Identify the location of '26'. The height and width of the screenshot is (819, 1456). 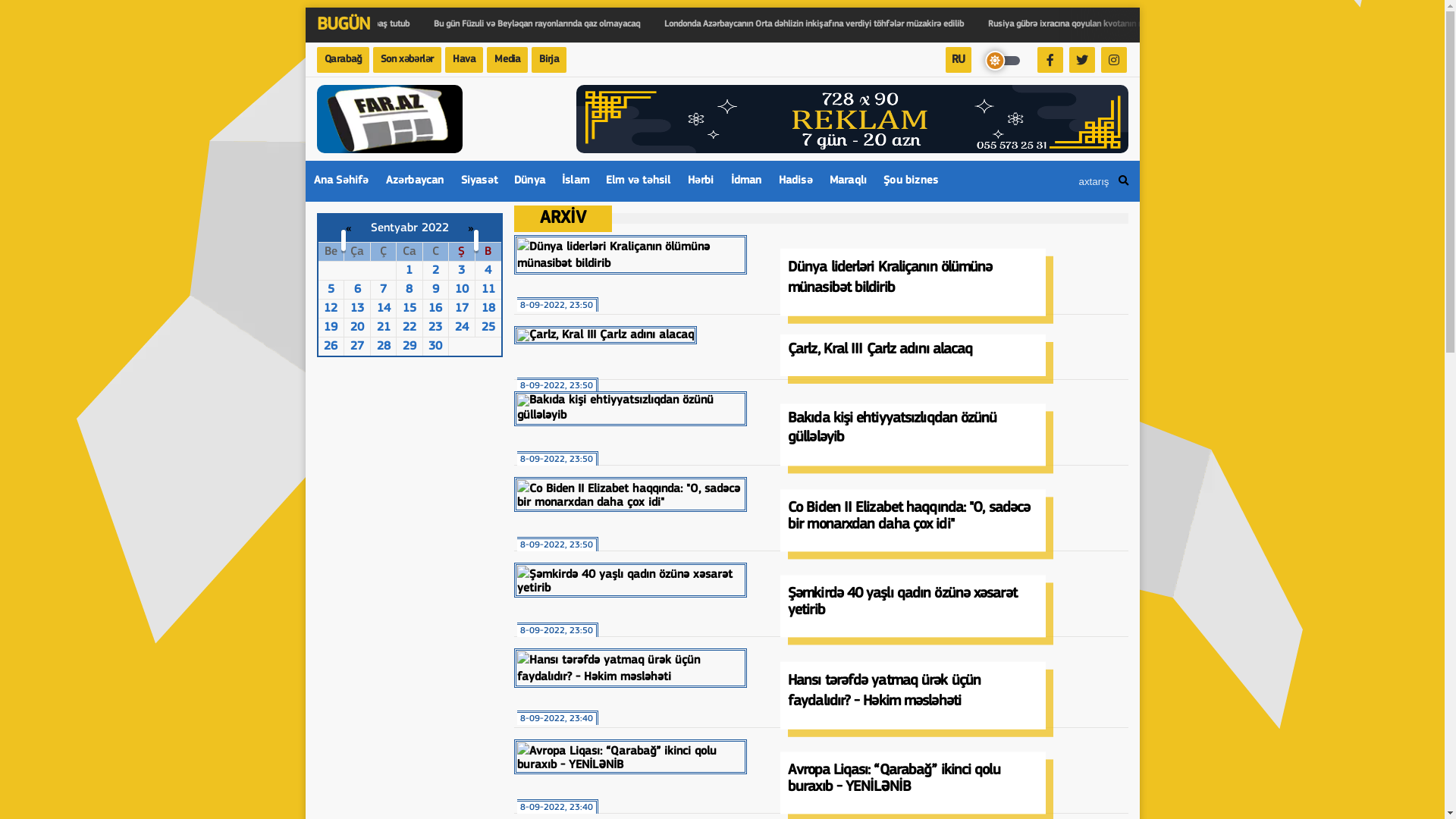
(330, 346).